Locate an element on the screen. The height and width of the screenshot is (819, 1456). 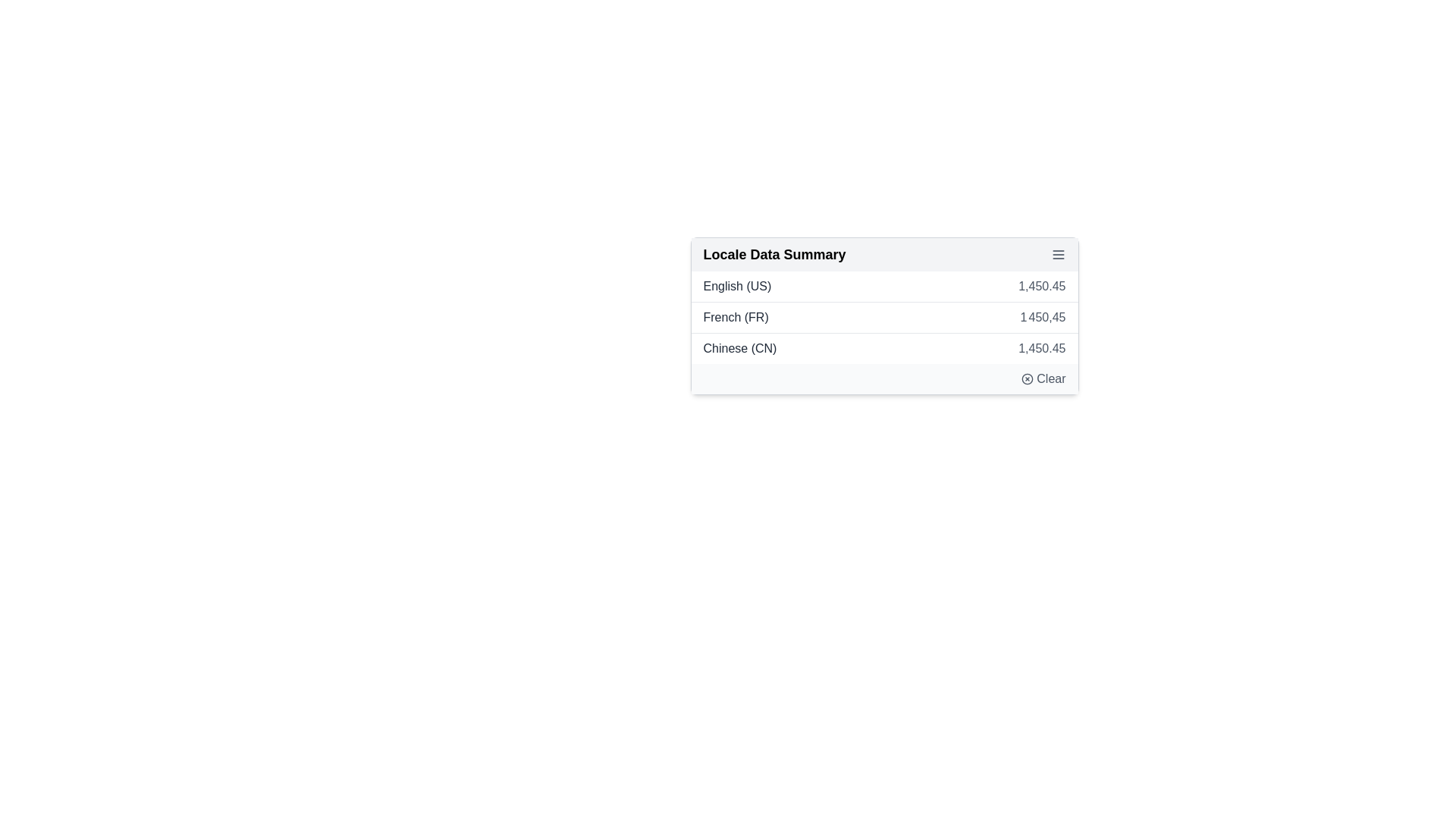
the formatted number '1,450.45' displayed in gray color, located in the second column of the top row of the table, to the right of 'English (US)' is located at coordinates (1041, 287).